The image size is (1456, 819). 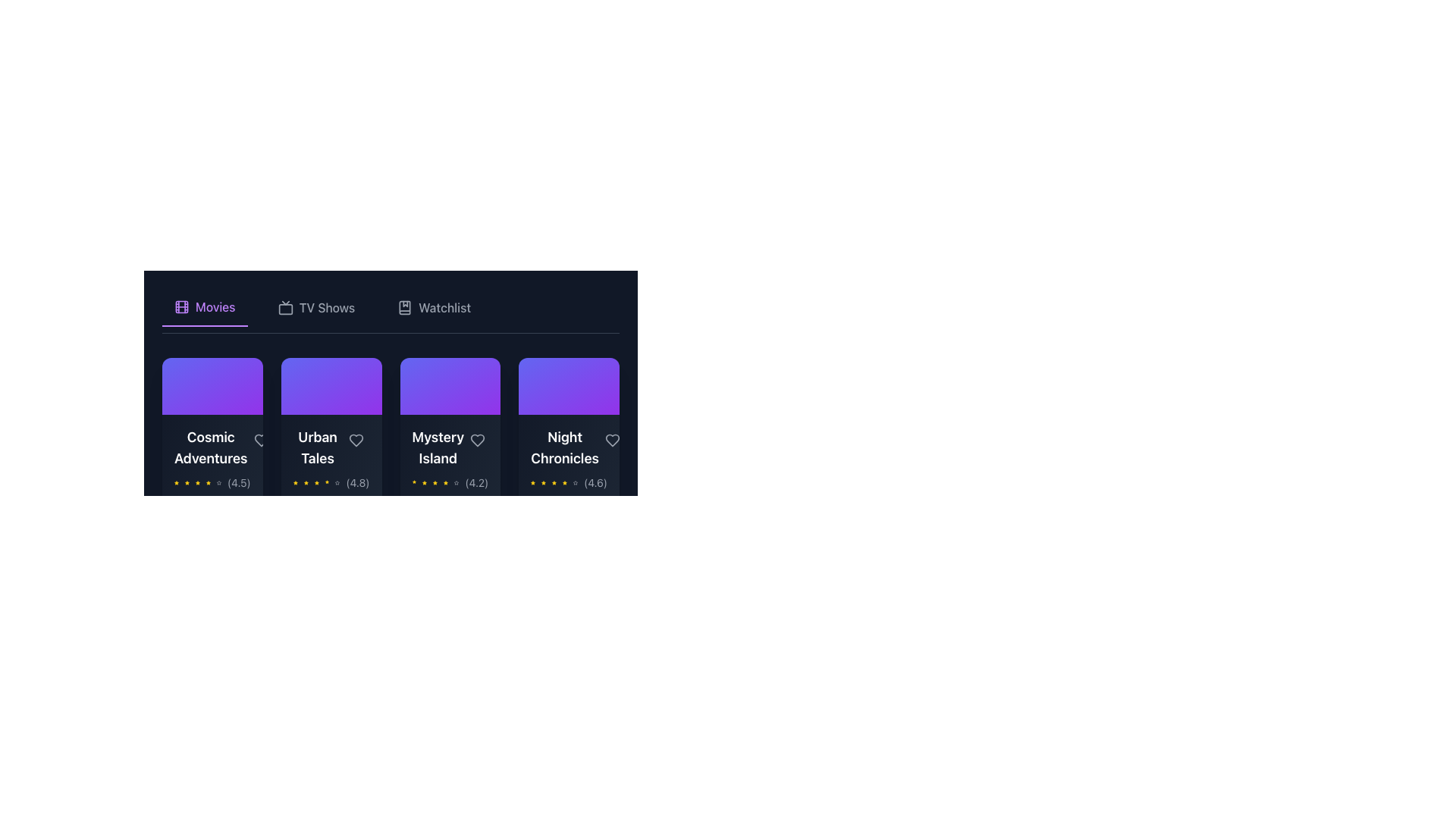 What do you see at coordinates (331, 485) in the screenshot?
I see `the Media display card located at the second position in a horizontal row, which displays information about a media item including its title, rating, and genre, to enlarge the card` at bounding box center [331, 485].